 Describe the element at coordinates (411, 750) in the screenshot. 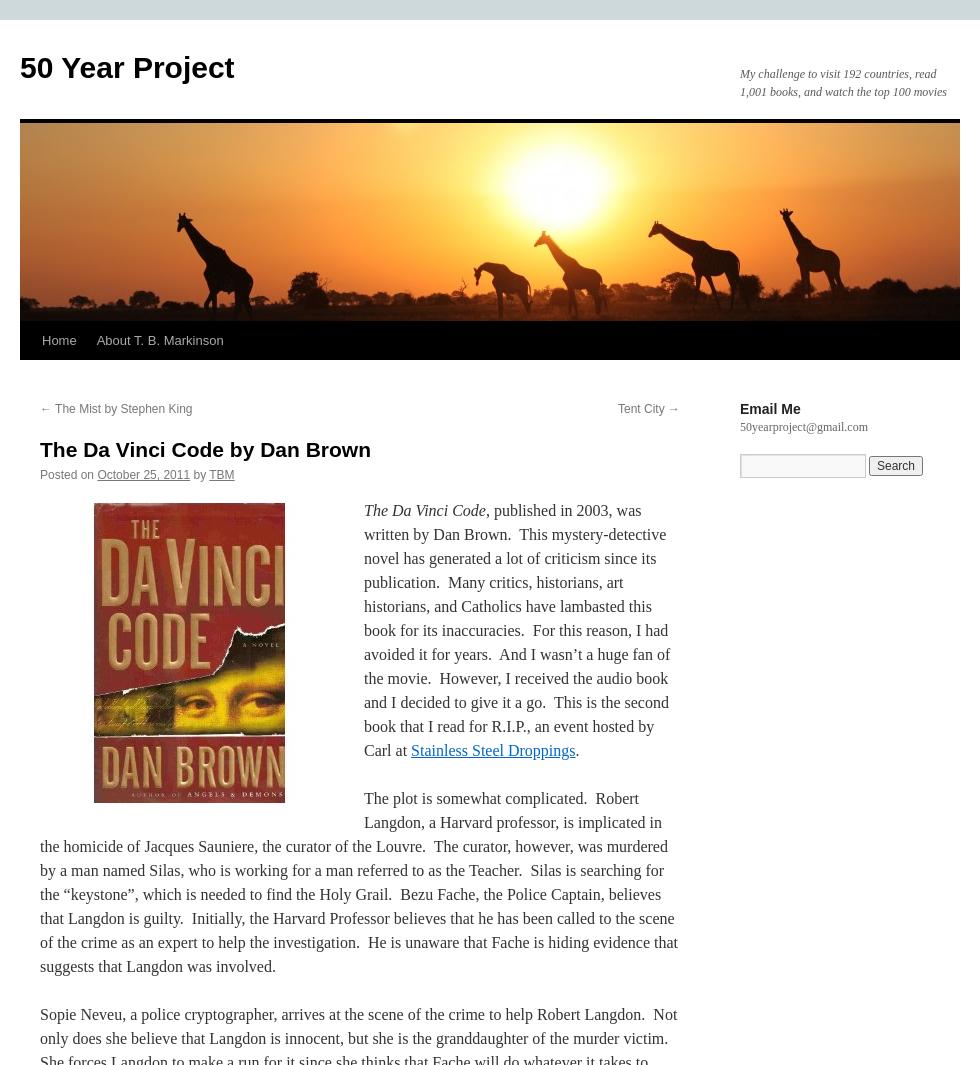

I see `'Stainless Steel Droppings'` at that location.